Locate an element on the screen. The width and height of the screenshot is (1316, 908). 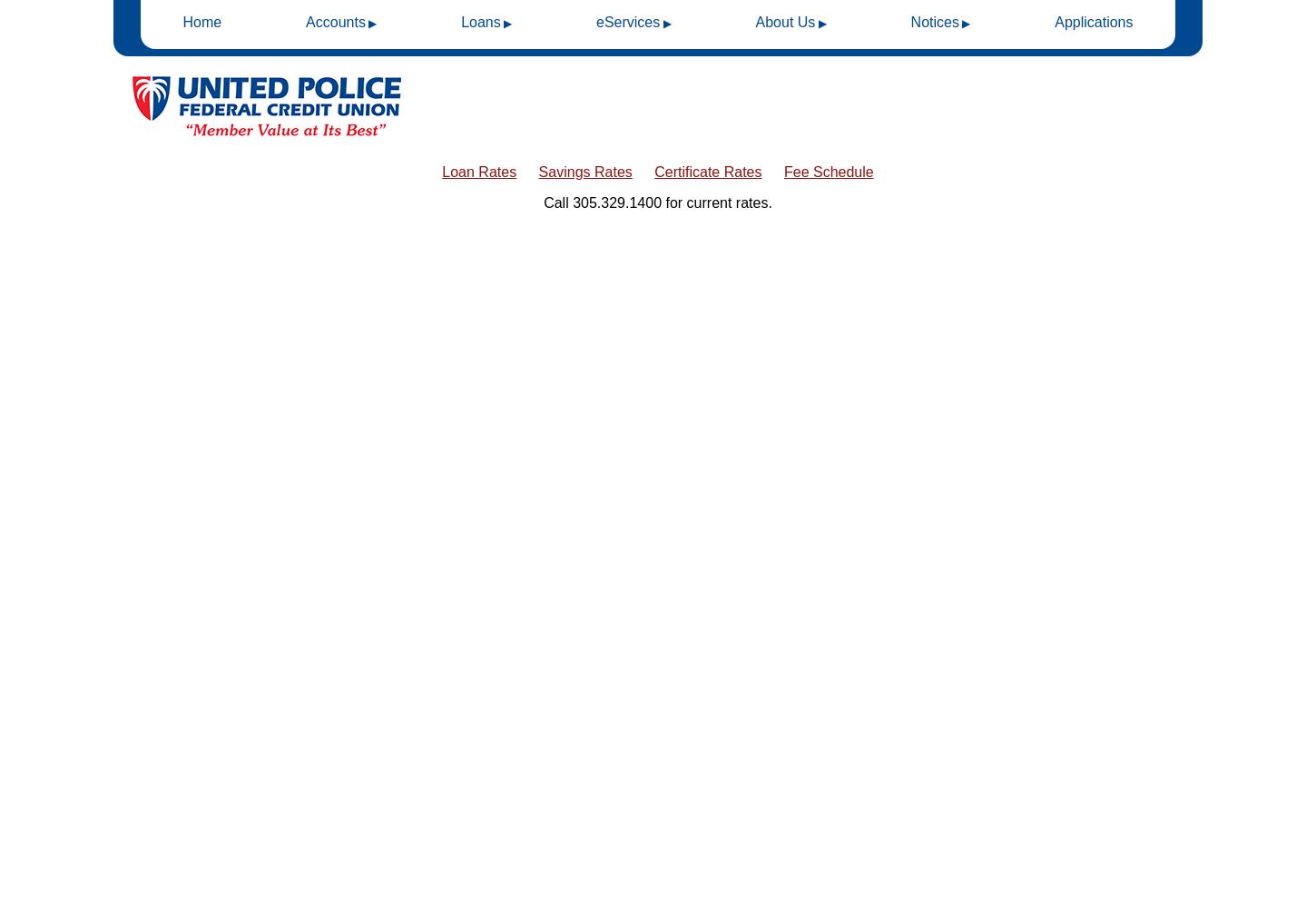
'Certificate Rates' is located at coordinates (707, 171).